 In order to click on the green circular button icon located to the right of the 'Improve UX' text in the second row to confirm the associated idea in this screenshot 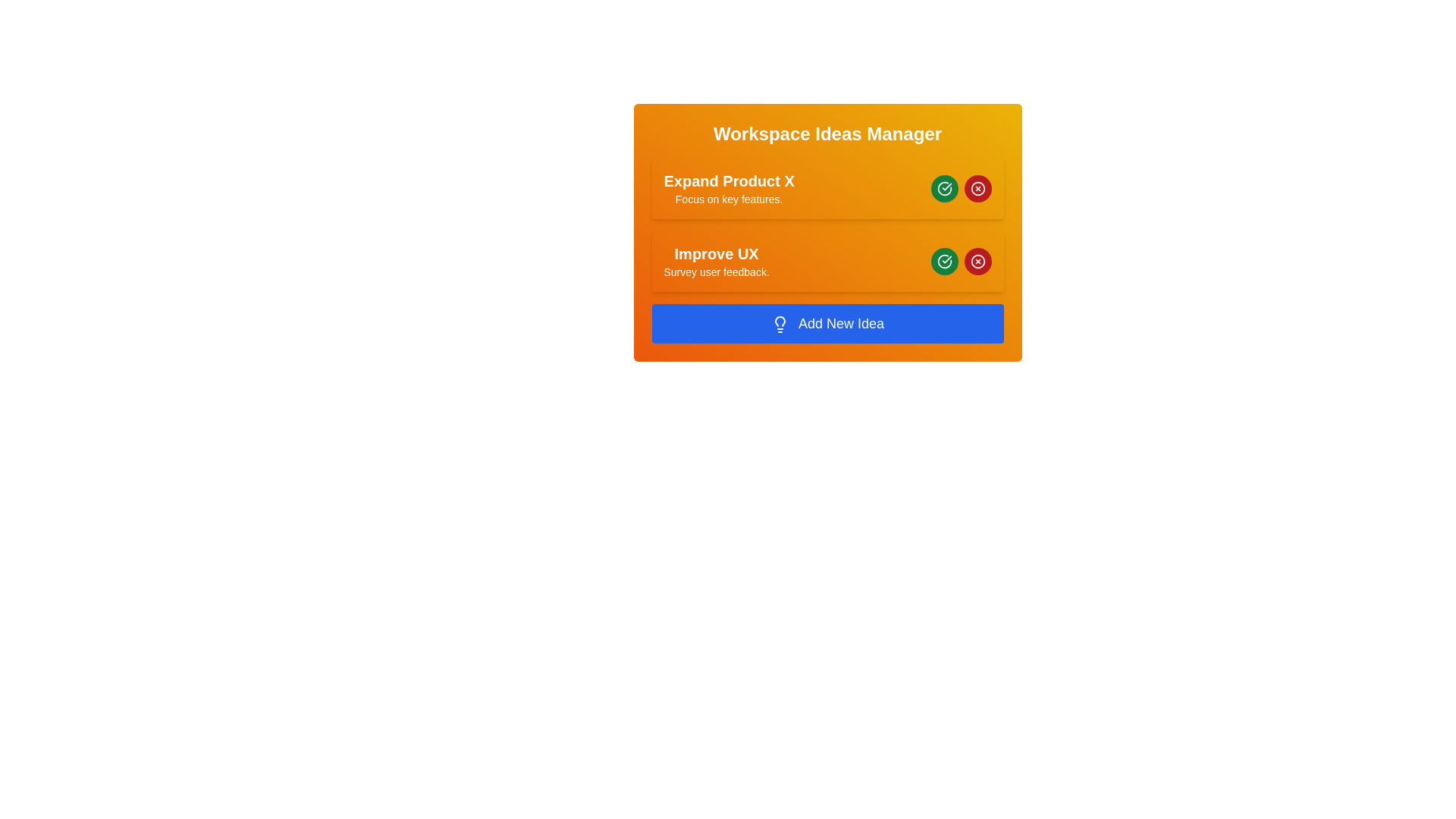, I will do `click(943, 188)`.